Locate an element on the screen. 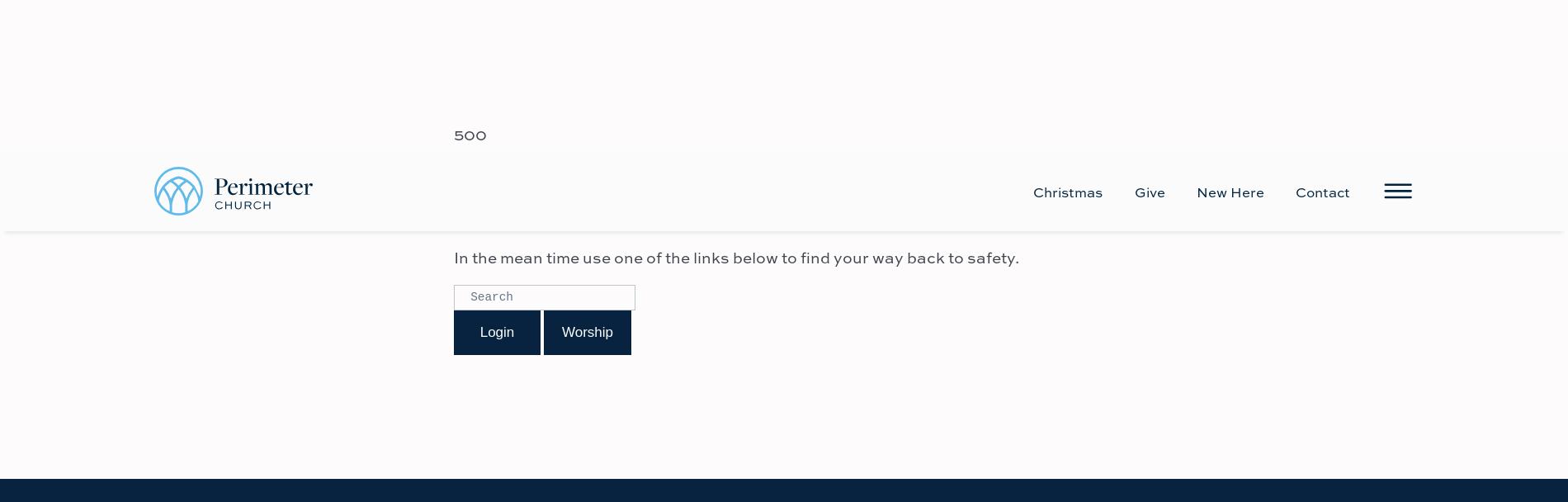  'Employment' is located at coordinates (987, 450).